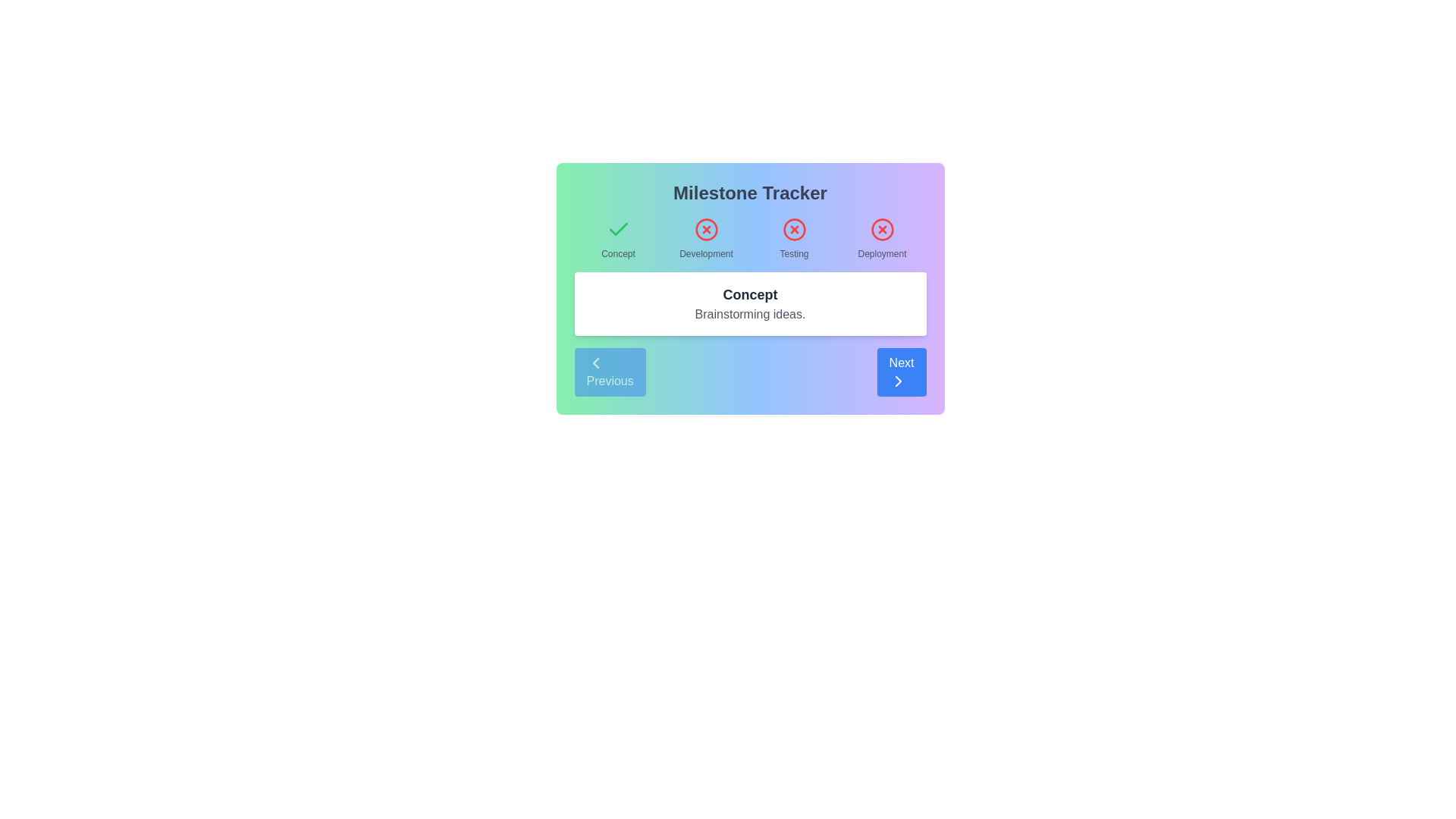  I want to click on the 'Previous' button, which is a rectangular button with rounded corners, blue background, and white text, located near the bottom center of the interface, so click(610, 372).